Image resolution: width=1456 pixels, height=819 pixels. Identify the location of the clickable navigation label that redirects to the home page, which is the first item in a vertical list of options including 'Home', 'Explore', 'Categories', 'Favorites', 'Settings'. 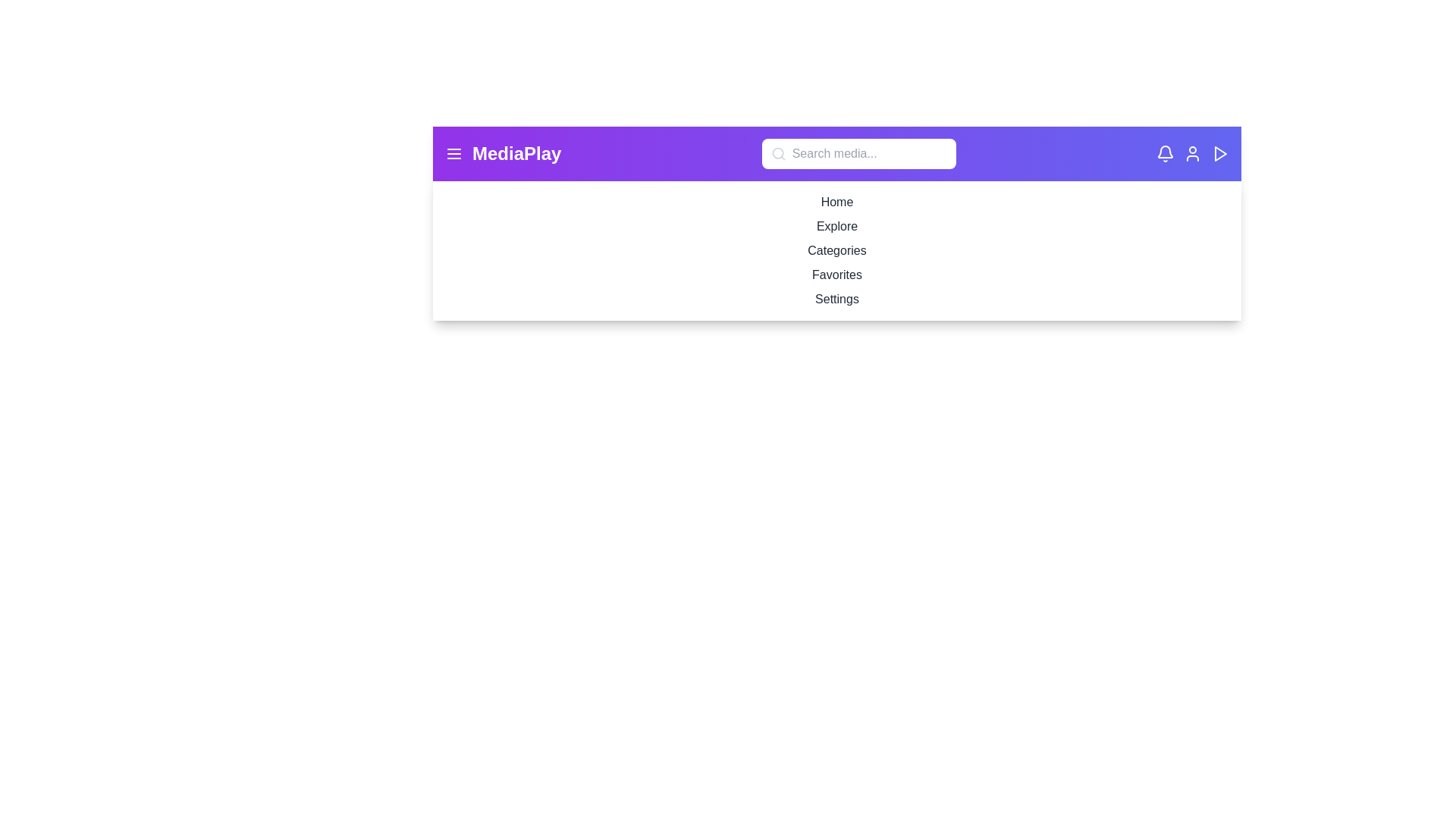
(836, 201).